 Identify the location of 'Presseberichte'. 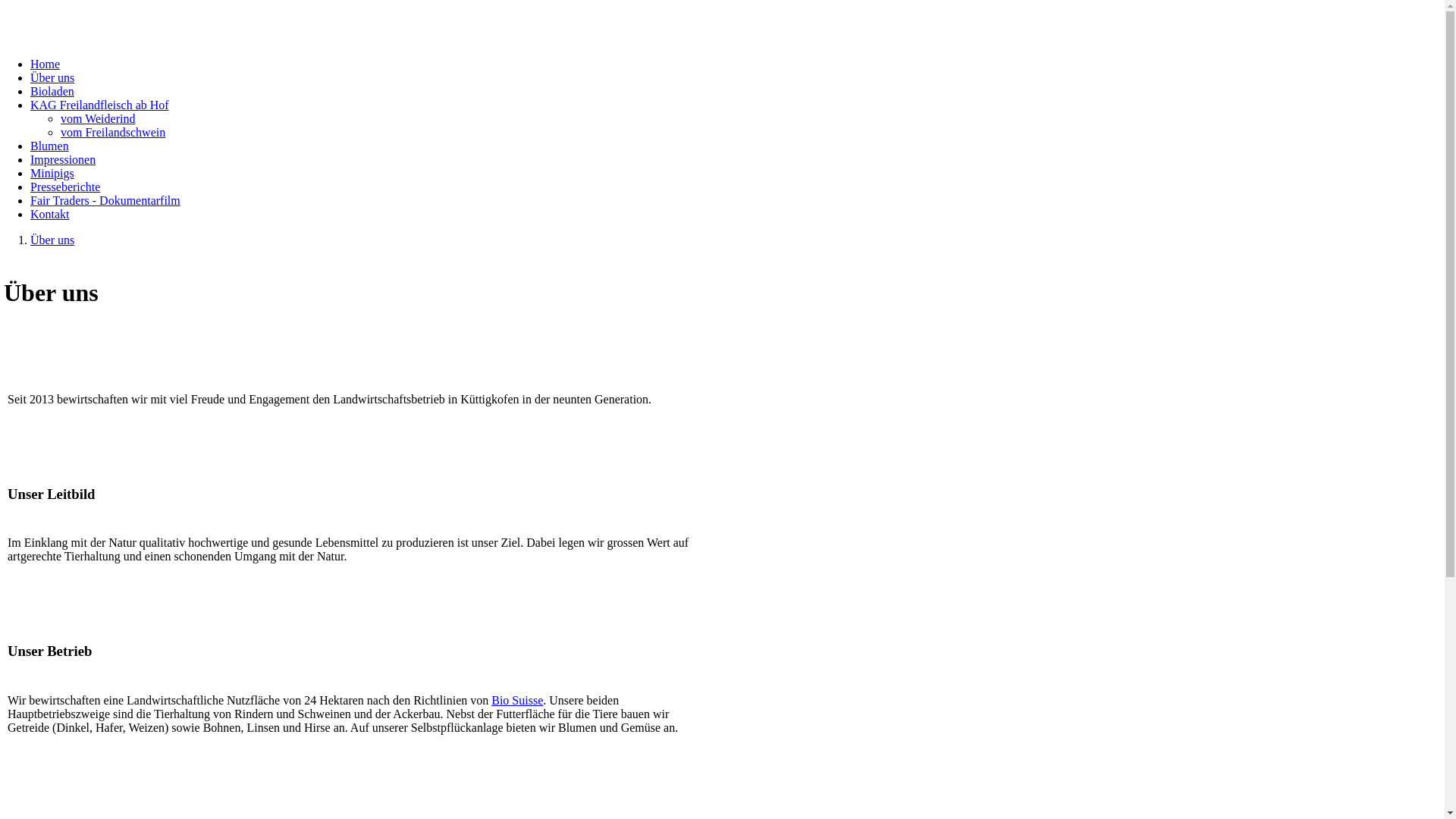
(64, 186).